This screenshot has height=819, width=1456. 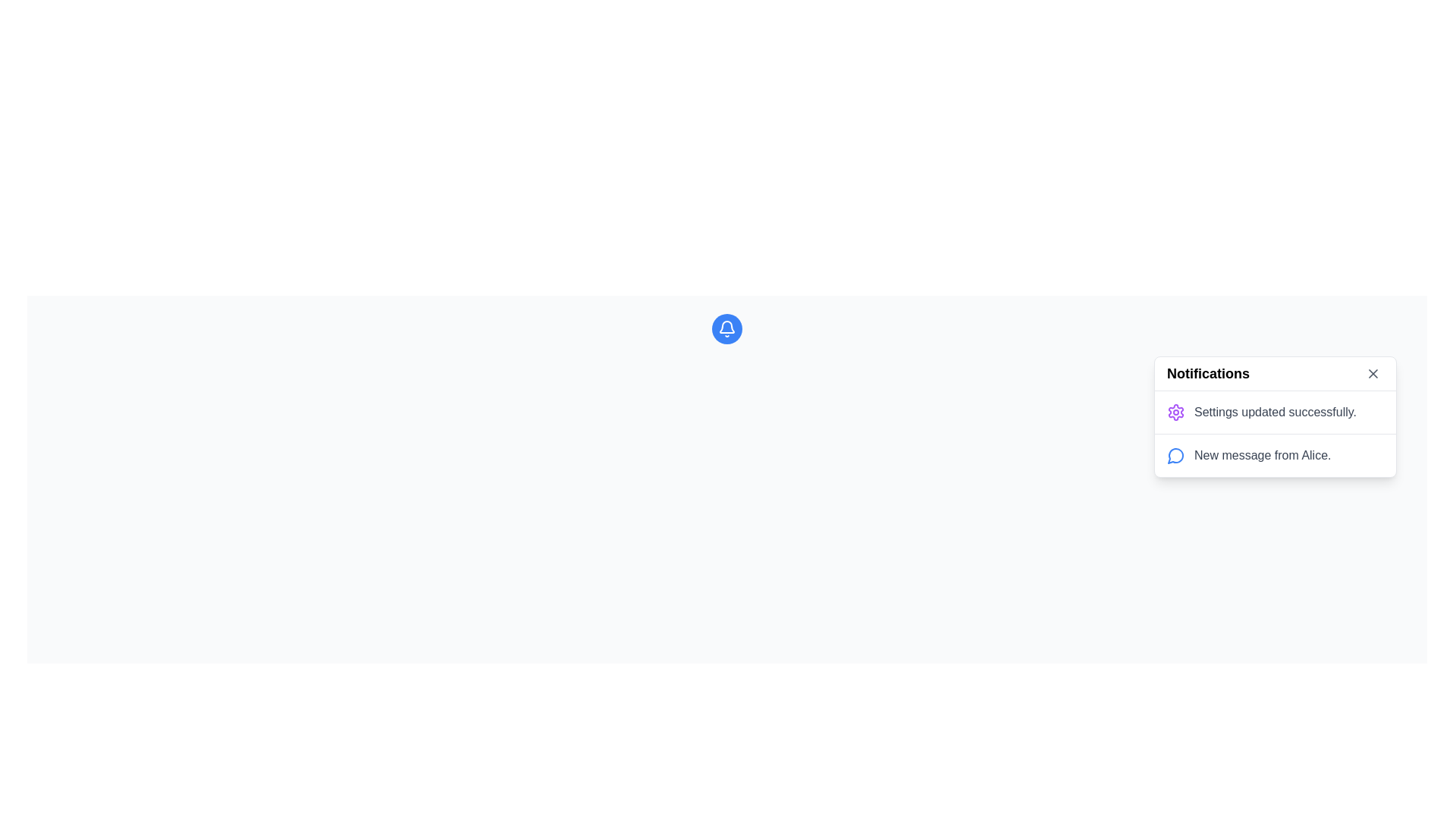 I want to click on displayed text in the Notification modal with a white background and rounded corners, which contains notifications such as 'Settings updated successfully.' and 'New message from Alice.', so click(x=1274, y=417).